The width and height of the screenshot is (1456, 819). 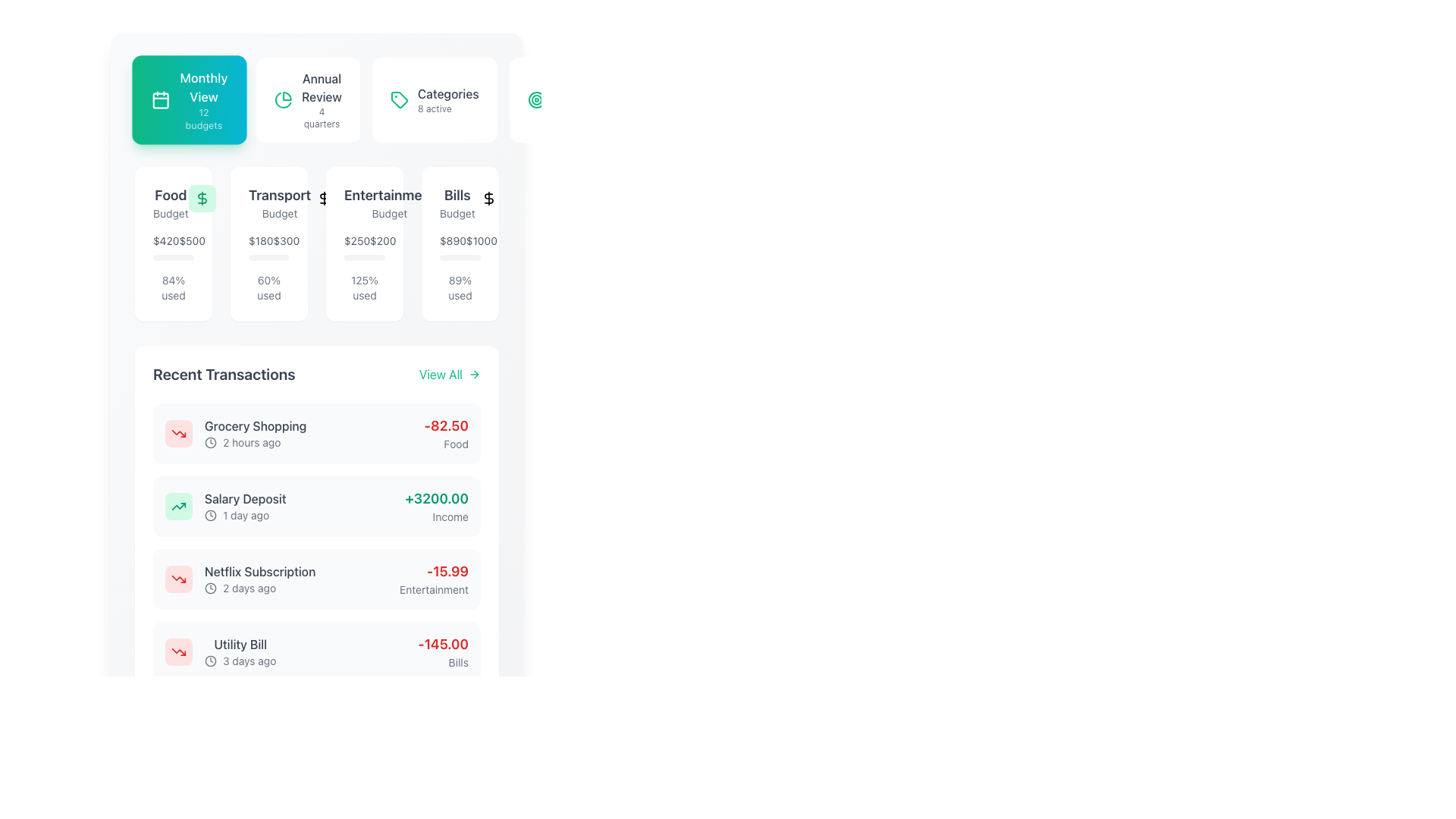 I want to click on the Text label that shows the elapsed time since the transaction, positioned in the second column of the 'Recent Transactions' section, directly to the right of the small clock icon and below 'Grocery Shopping', so click(x=252, y=442).